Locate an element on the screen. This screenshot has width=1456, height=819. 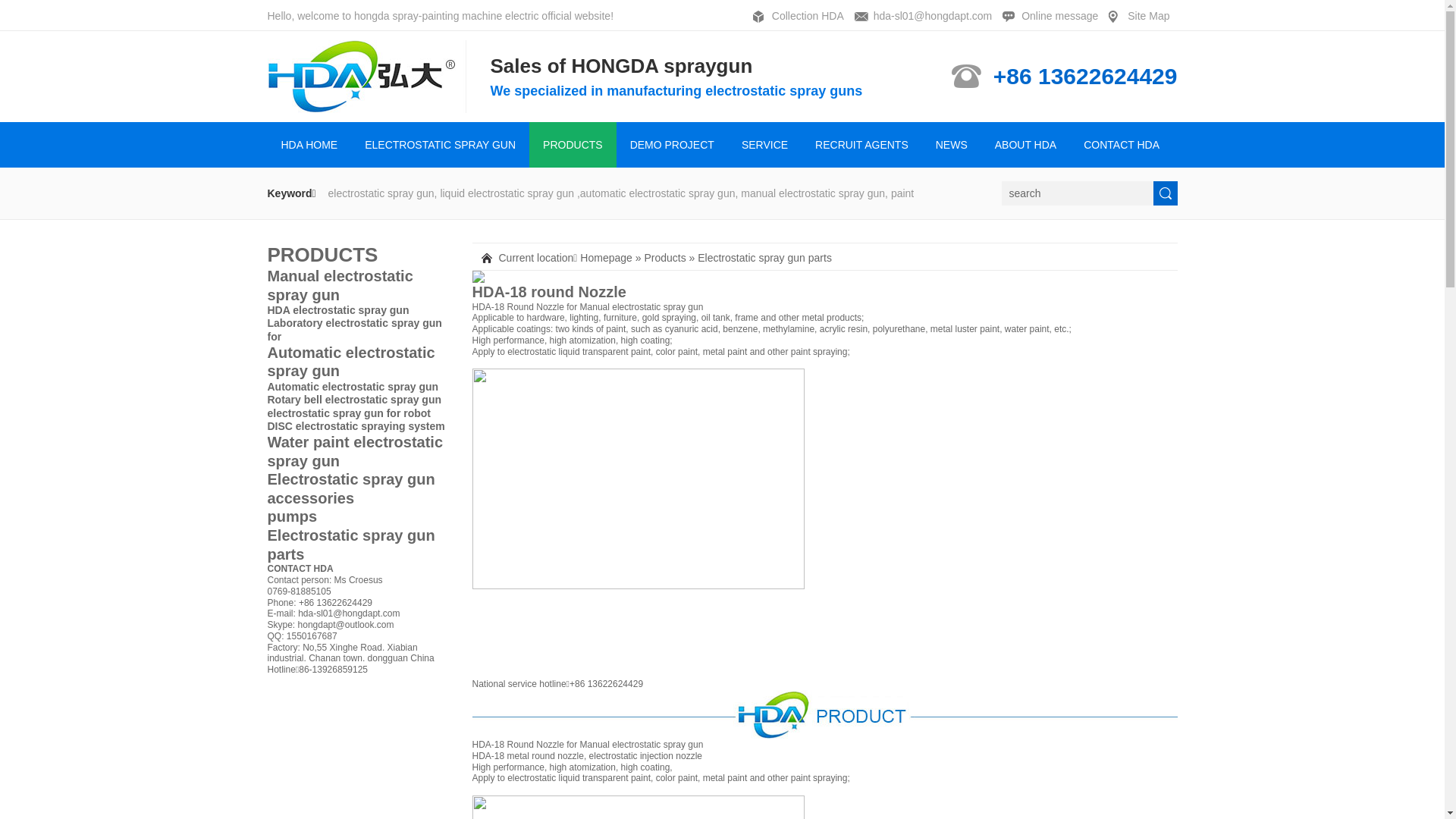
'HDA electrostatic spray gun' is located at coordinates (337, 309).